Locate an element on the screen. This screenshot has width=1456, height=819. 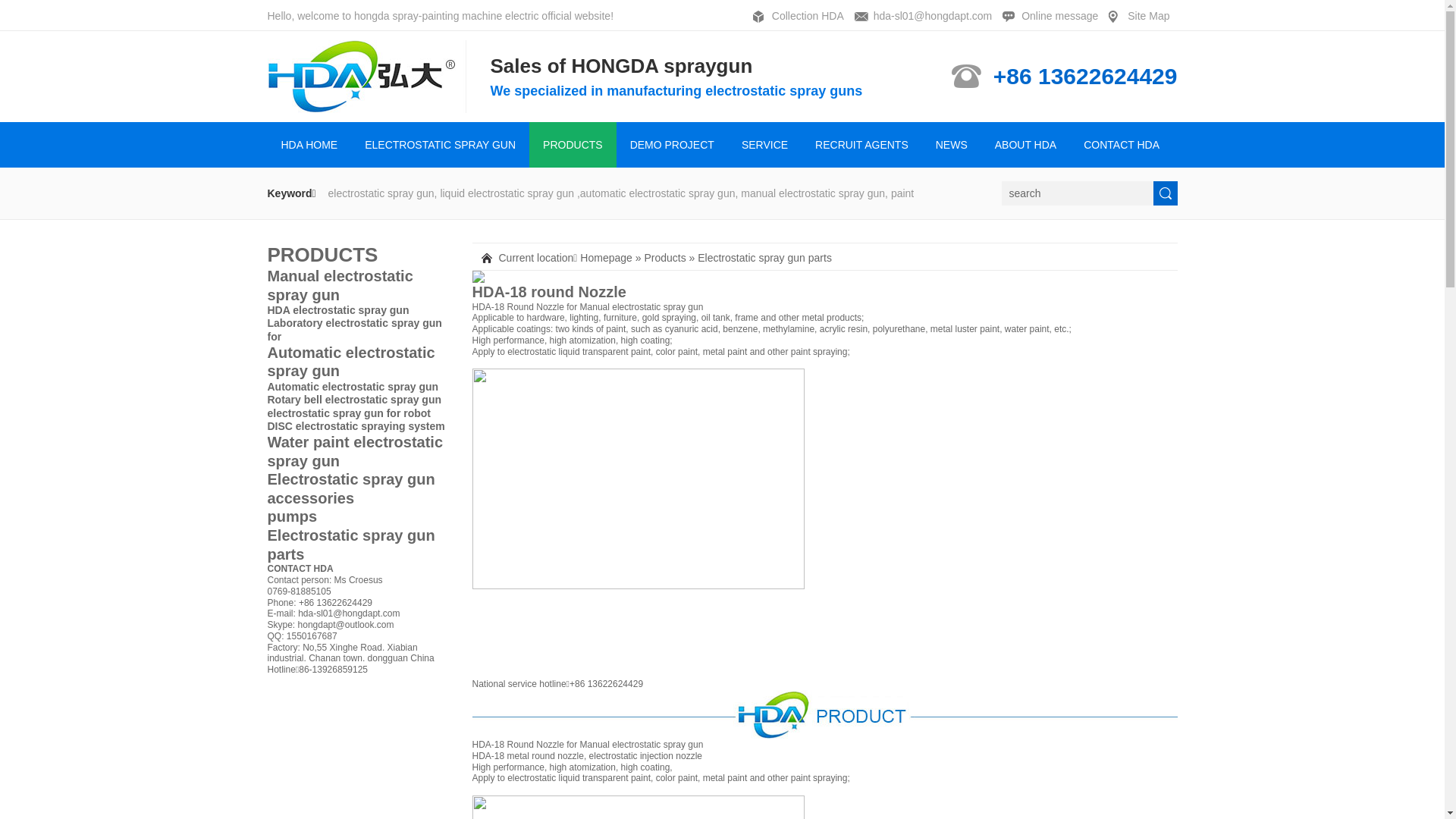
'HDA electrostatic spray gun' is located at coordinates (337, 309).